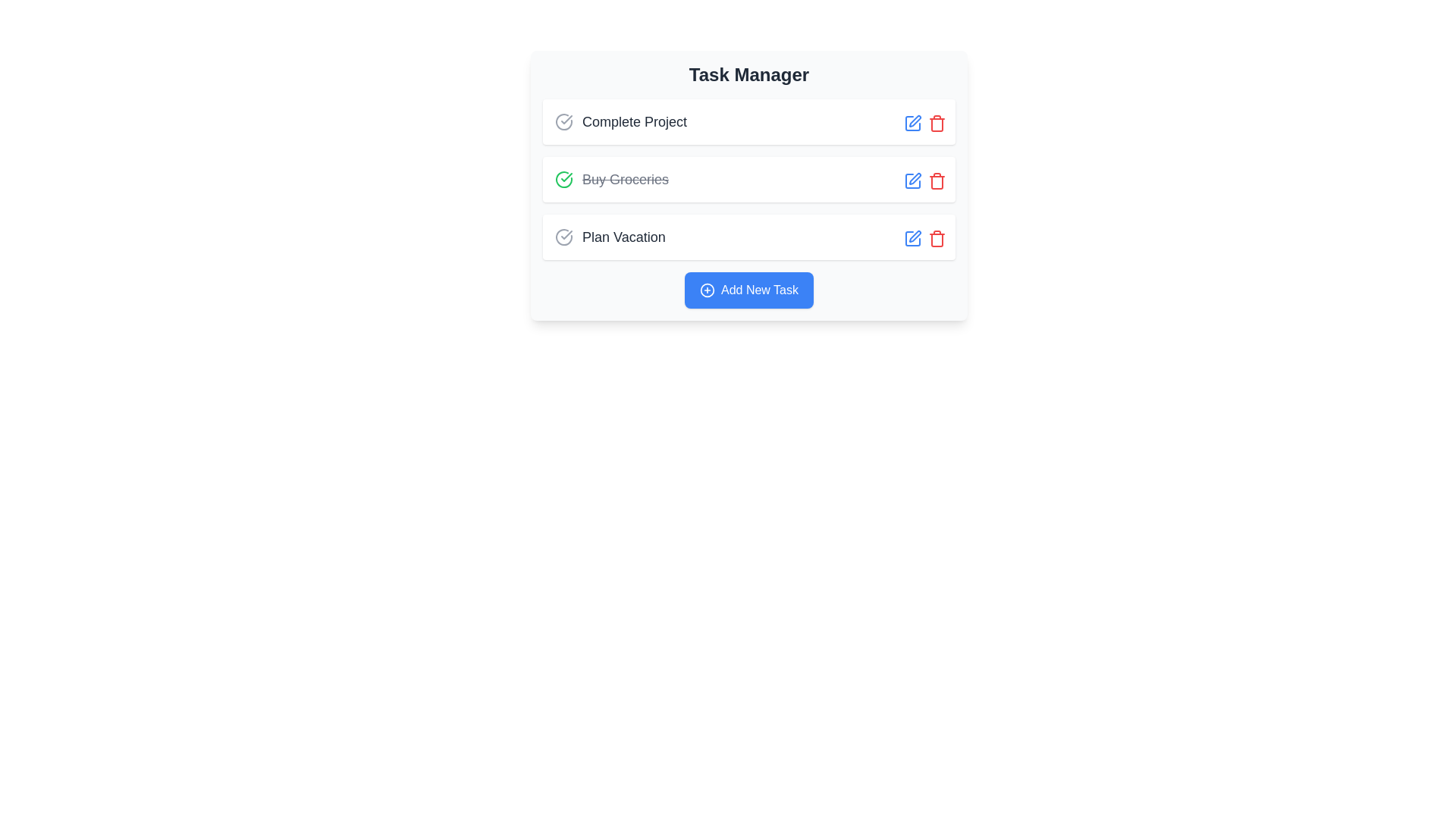 This screenshot has width=1456, height=819. Describe the element at coordinates (563, 178) in the screenshot. I see `the toggle button that marks the task as completed, located to the left of the 'Buy Groceries' text` at that location.